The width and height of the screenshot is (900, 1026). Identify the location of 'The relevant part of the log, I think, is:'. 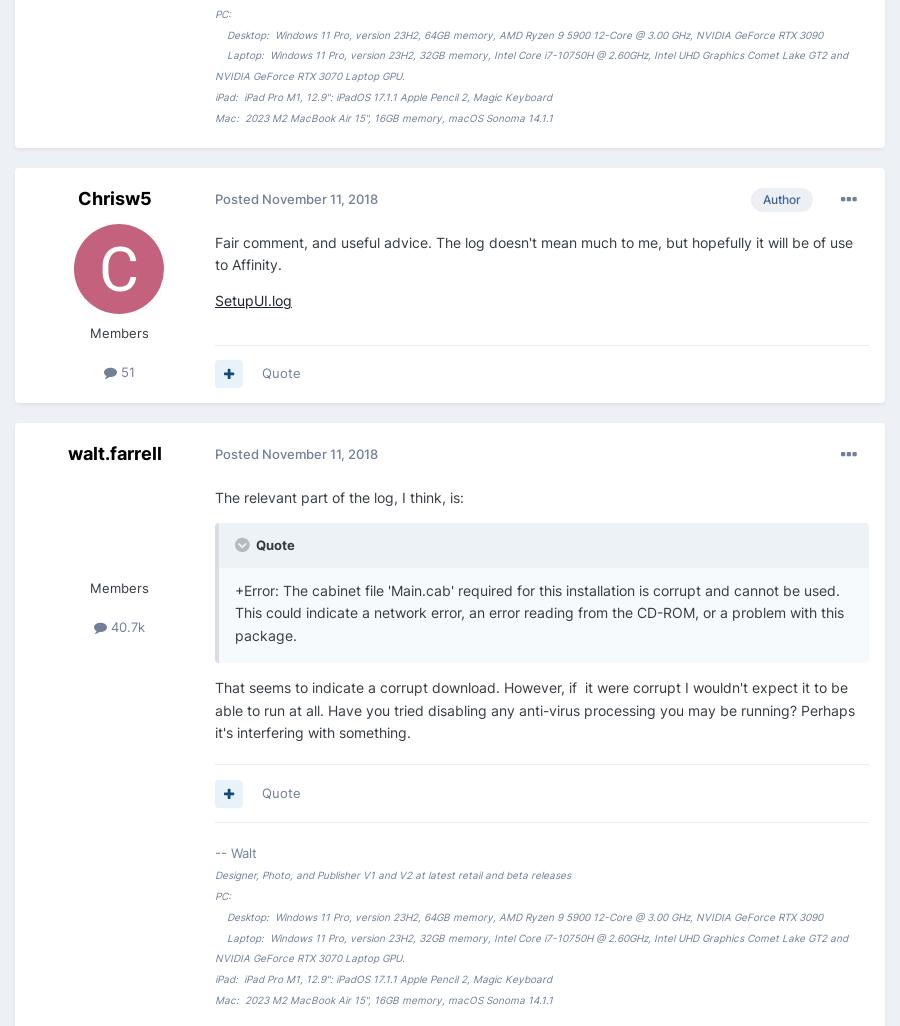
(339, 495).